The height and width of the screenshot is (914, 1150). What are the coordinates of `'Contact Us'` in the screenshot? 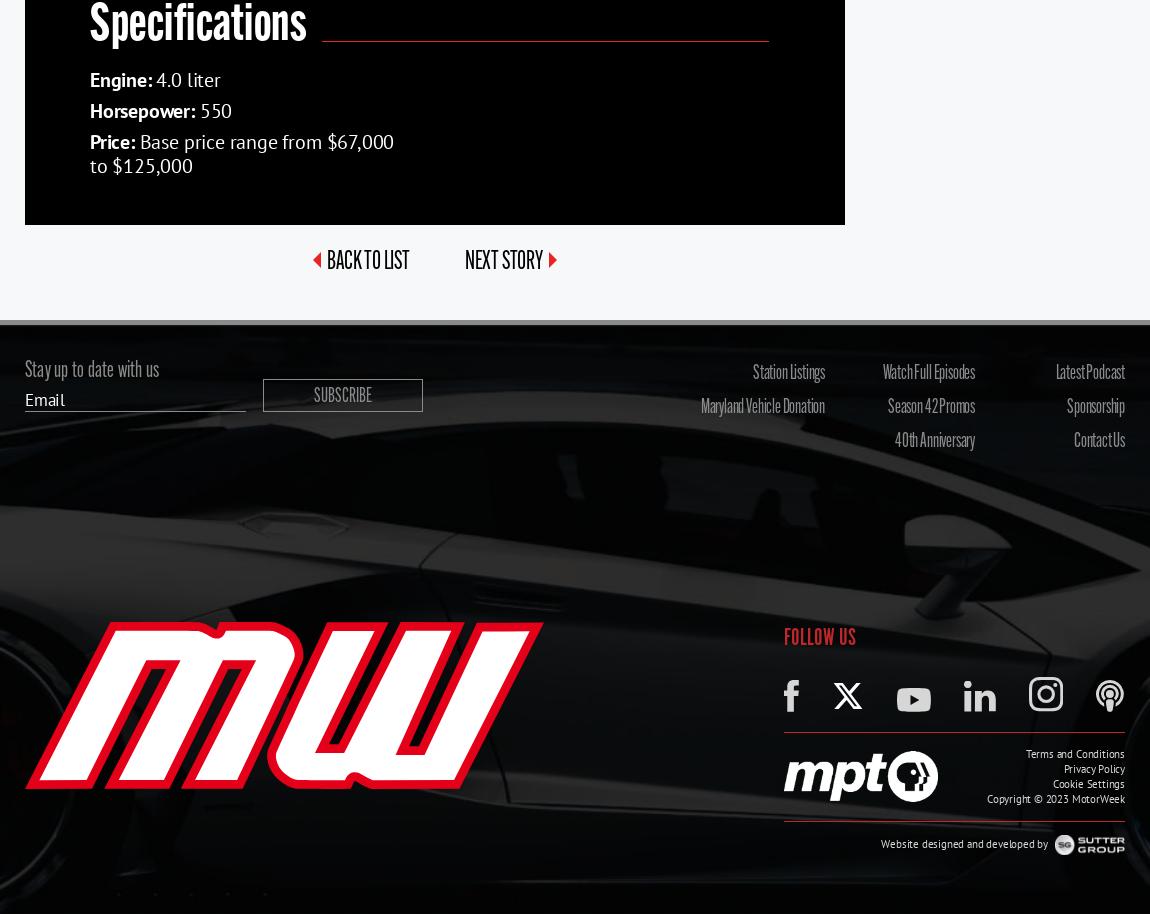 It's located at (1099, 440).